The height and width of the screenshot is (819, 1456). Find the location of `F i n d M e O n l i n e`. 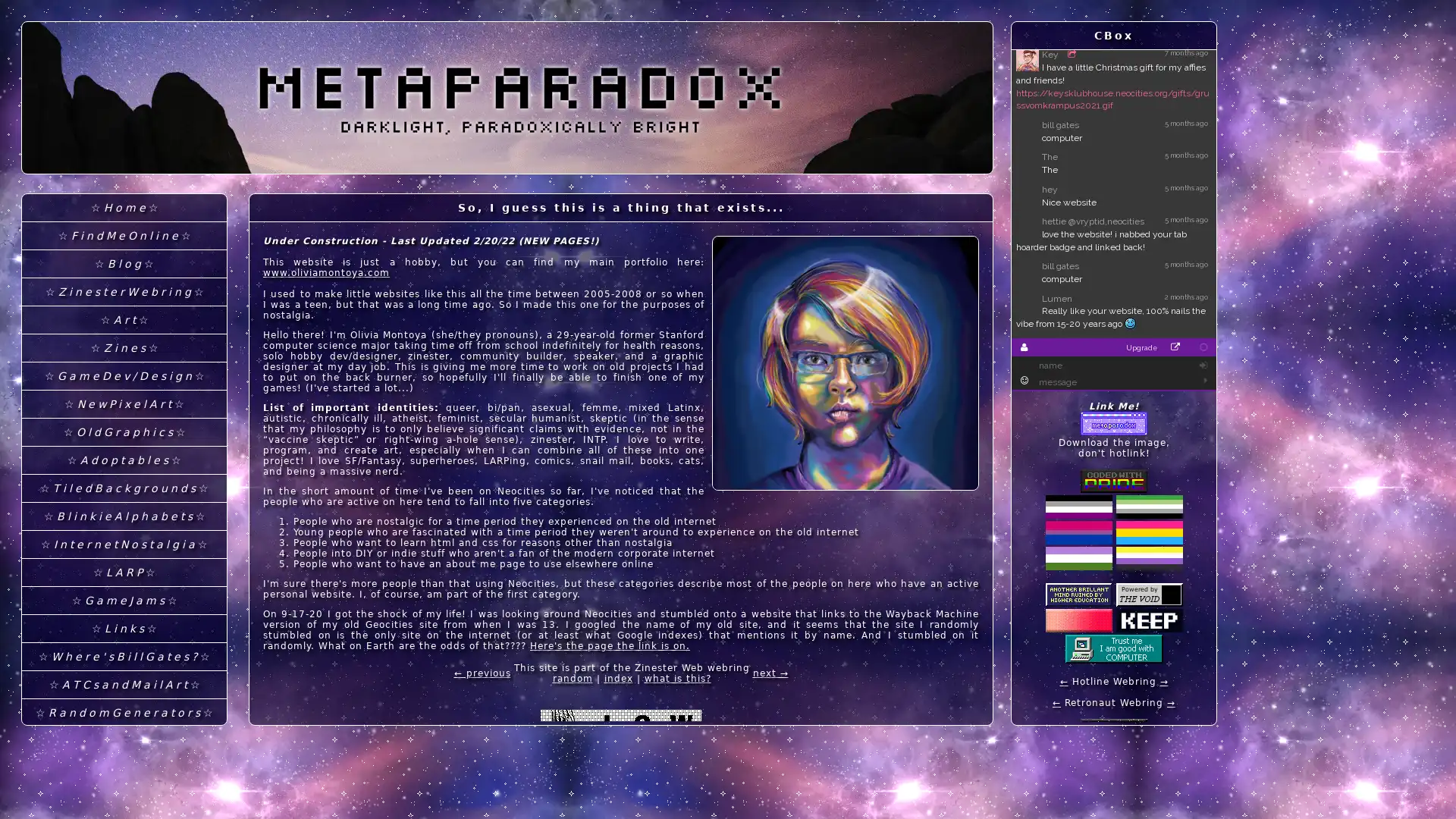

F i n d M e O n l i n e is located at coordinates (124, 236).